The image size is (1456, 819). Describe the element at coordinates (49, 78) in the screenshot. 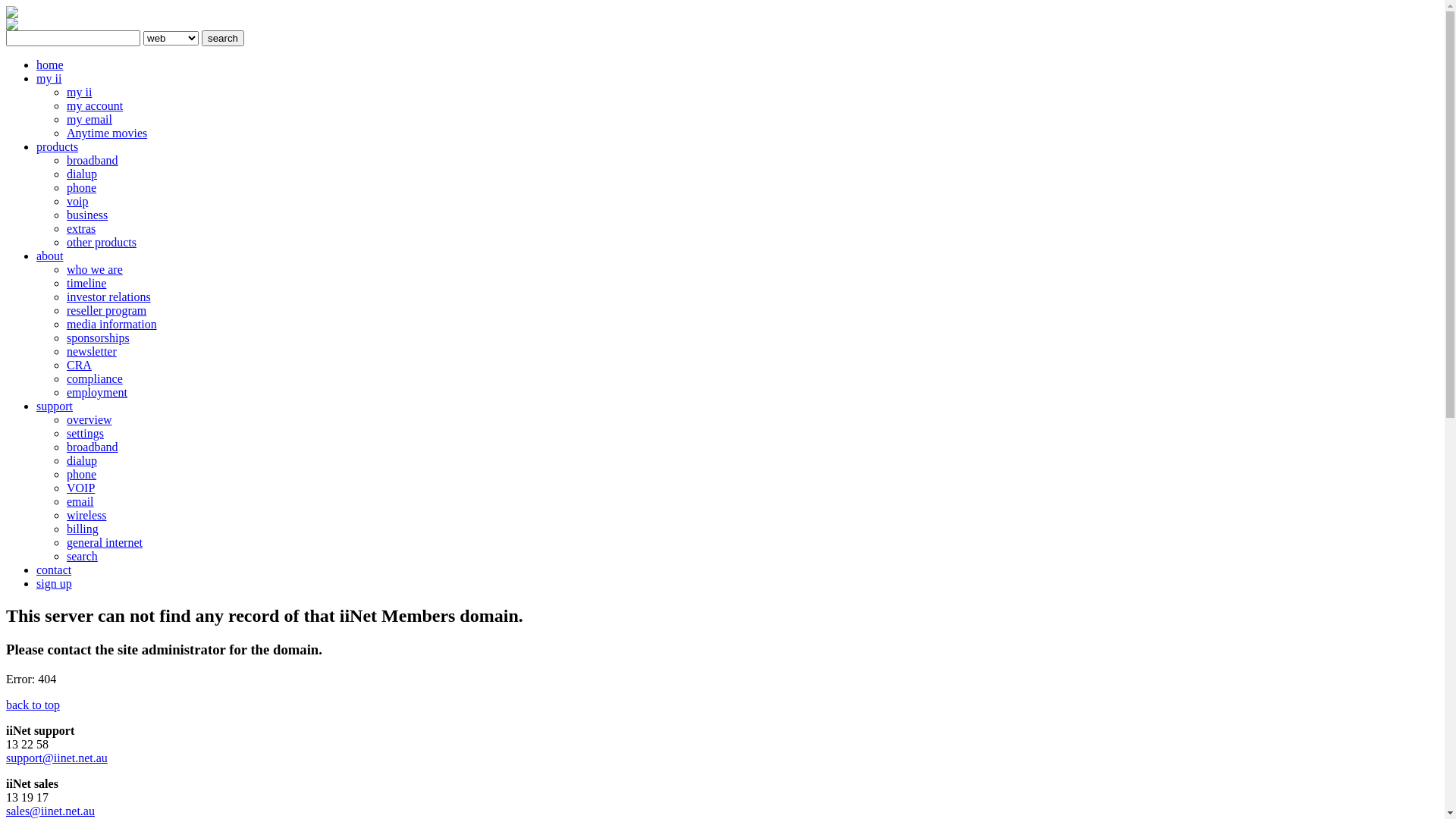

I see `'my ii'` at that location.